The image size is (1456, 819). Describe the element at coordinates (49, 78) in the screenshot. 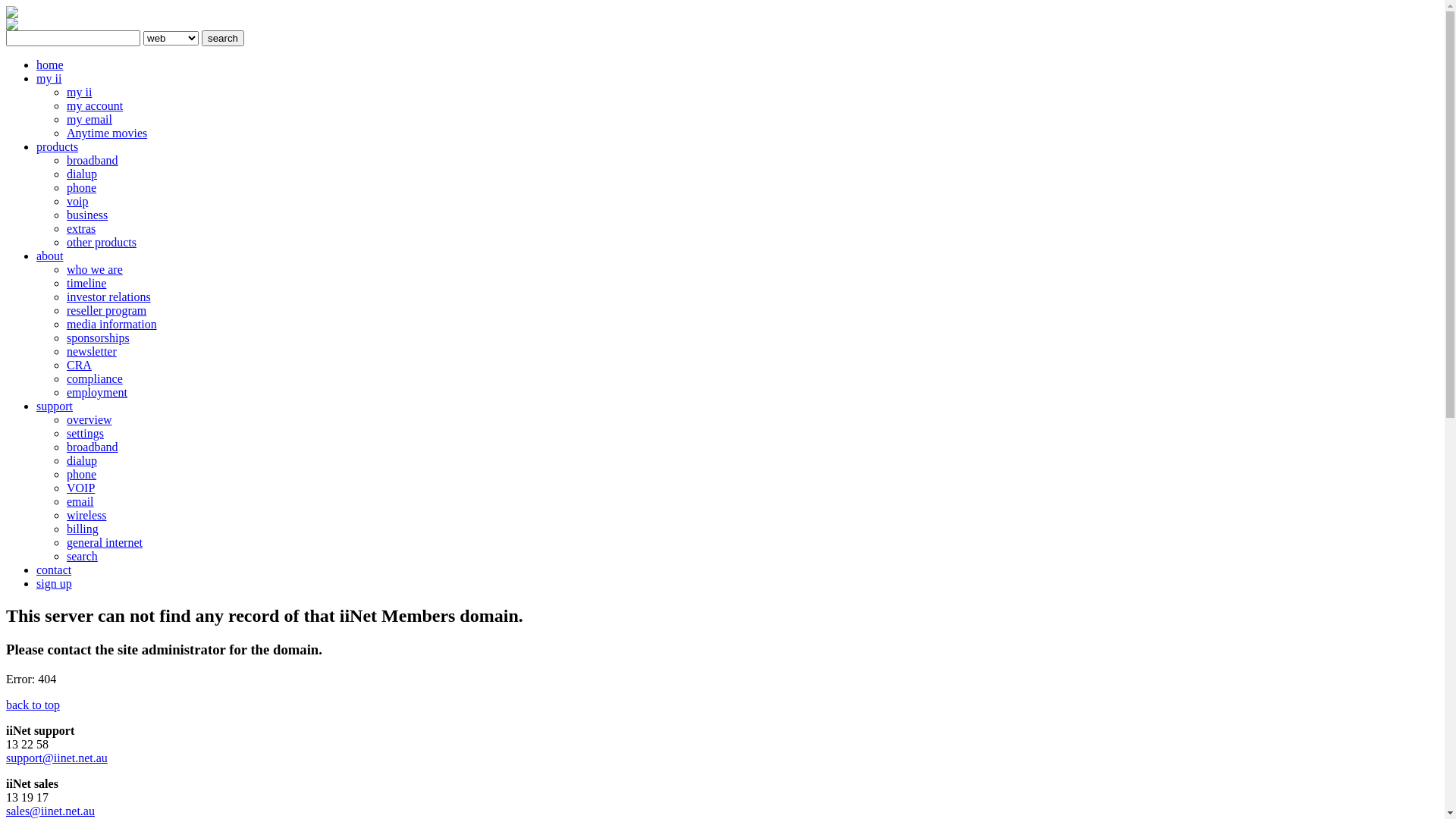

I see `'my ii'` at that location.